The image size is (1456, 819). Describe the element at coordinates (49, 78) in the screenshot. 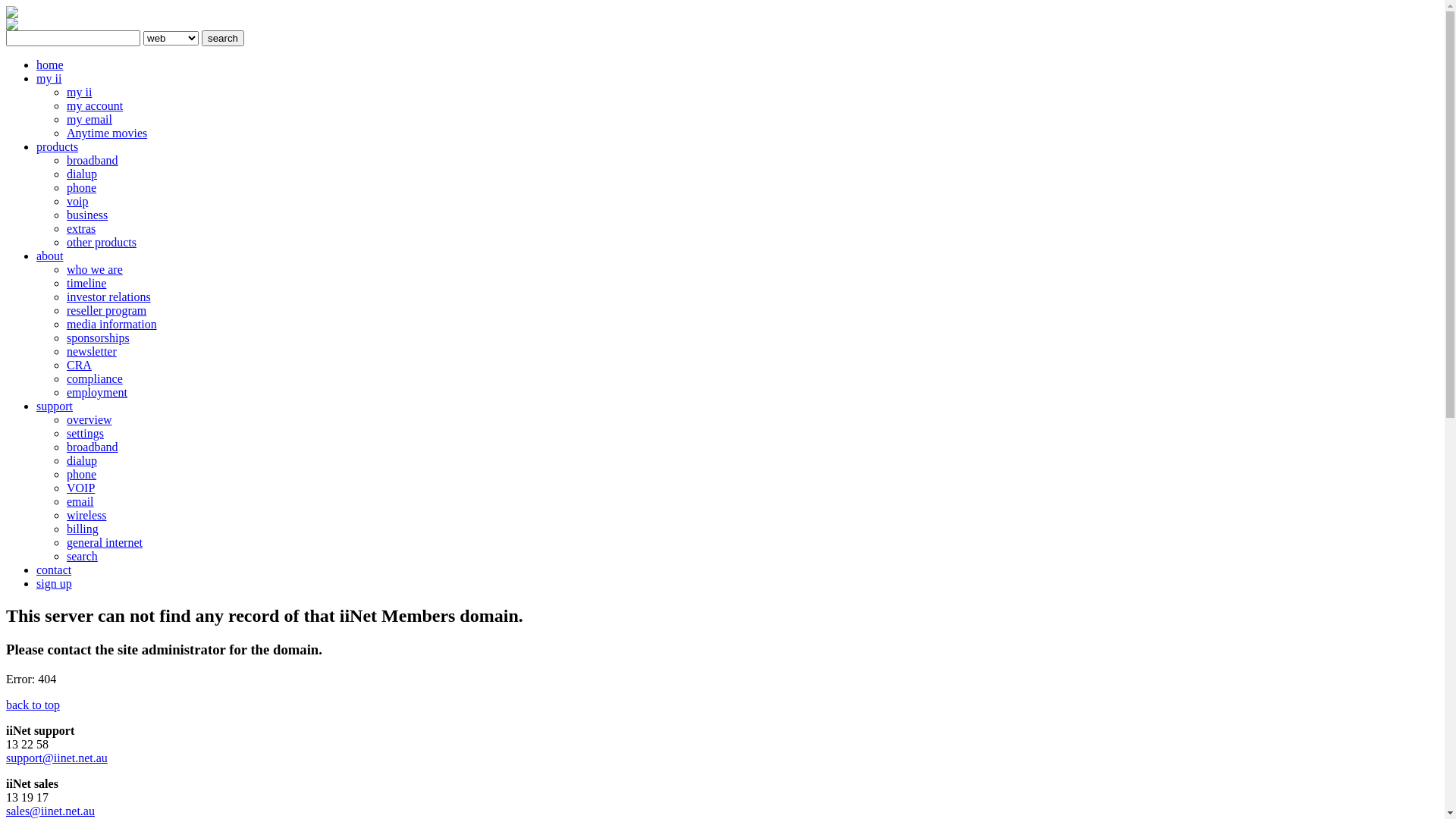

I see `'my ii'` at that location.